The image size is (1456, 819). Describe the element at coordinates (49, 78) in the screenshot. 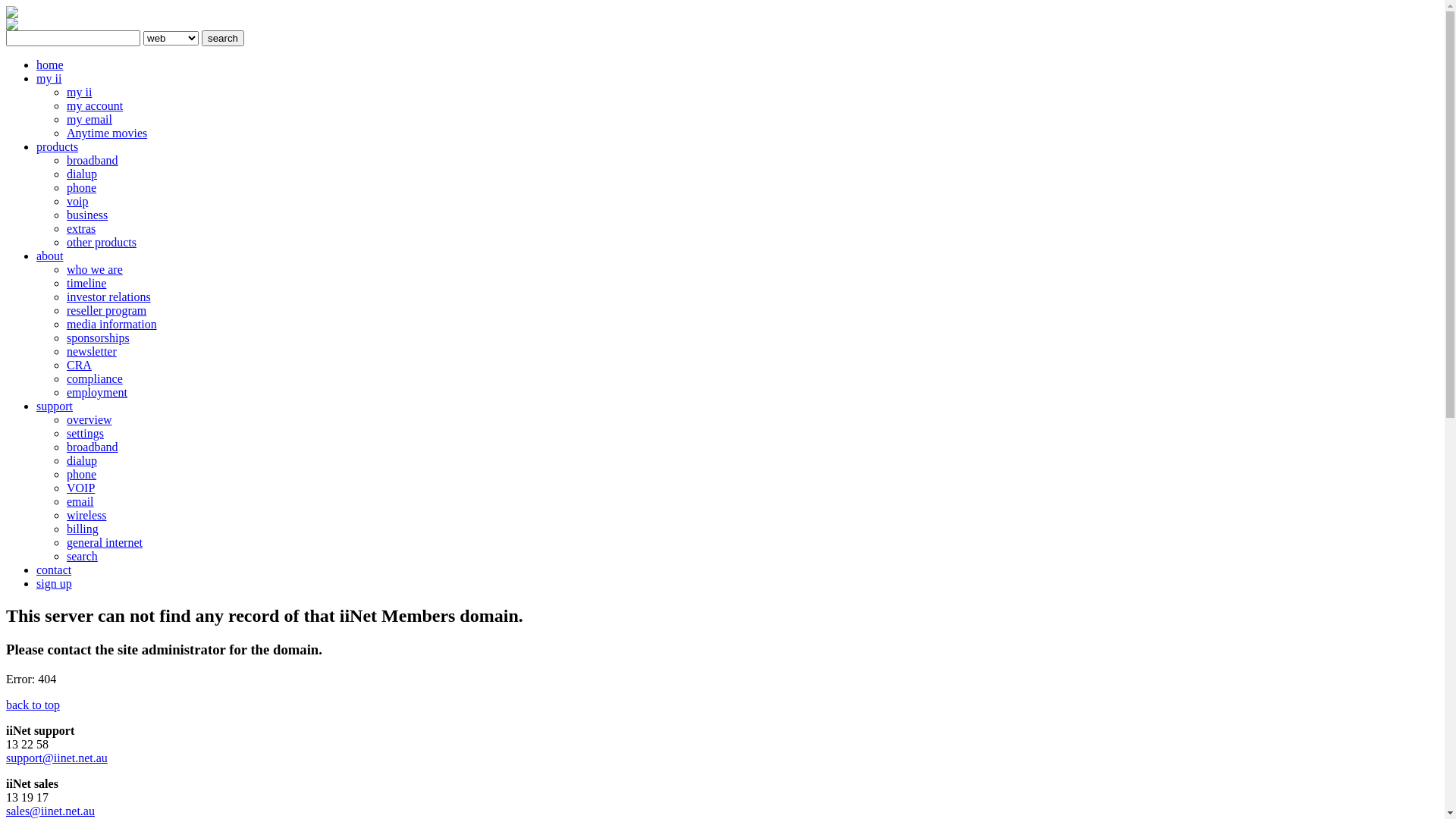

I see `'my ii'` at that location.